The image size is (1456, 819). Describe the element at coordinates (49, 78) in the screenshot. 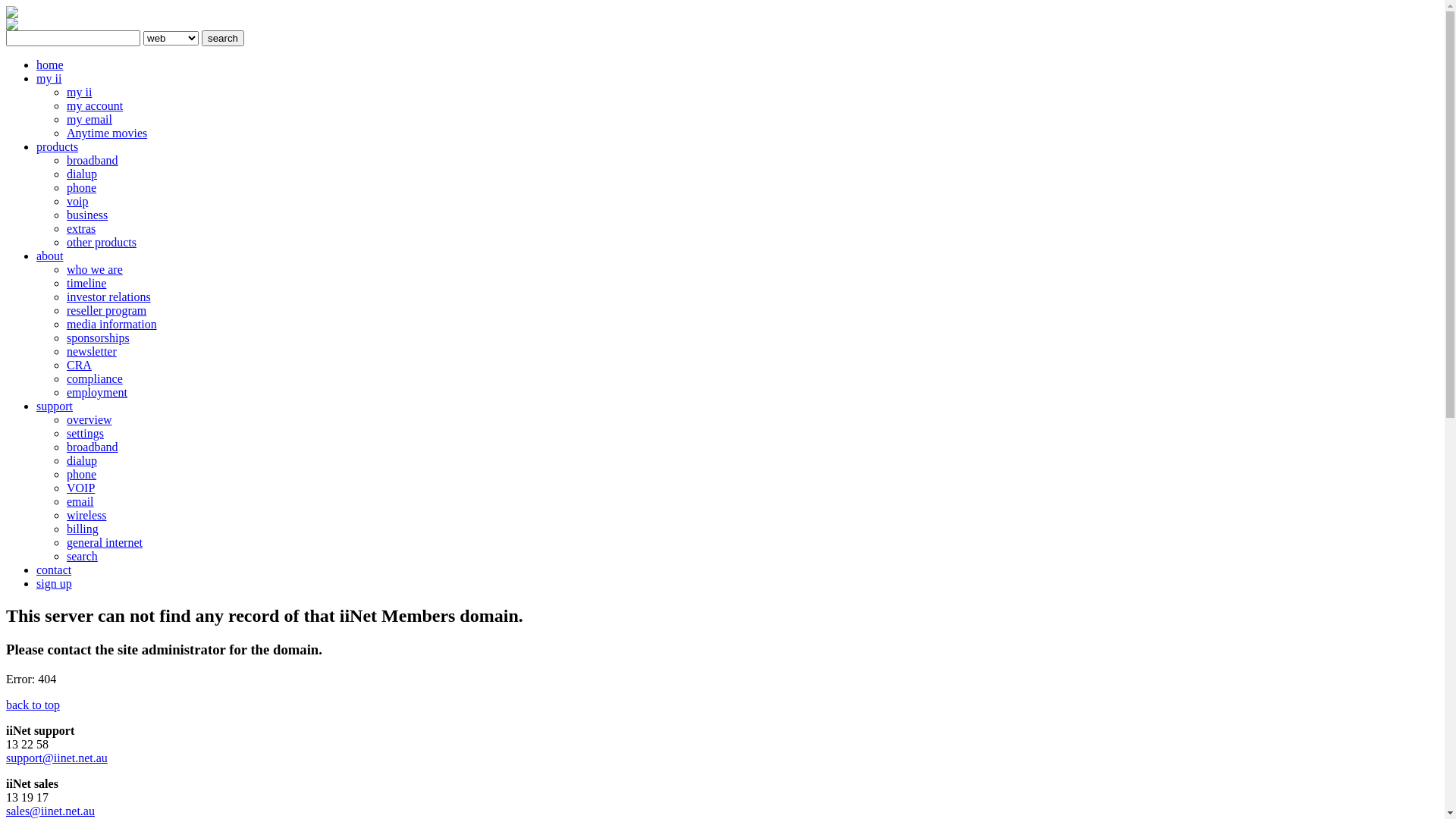

I see `'my ii'` at that location.